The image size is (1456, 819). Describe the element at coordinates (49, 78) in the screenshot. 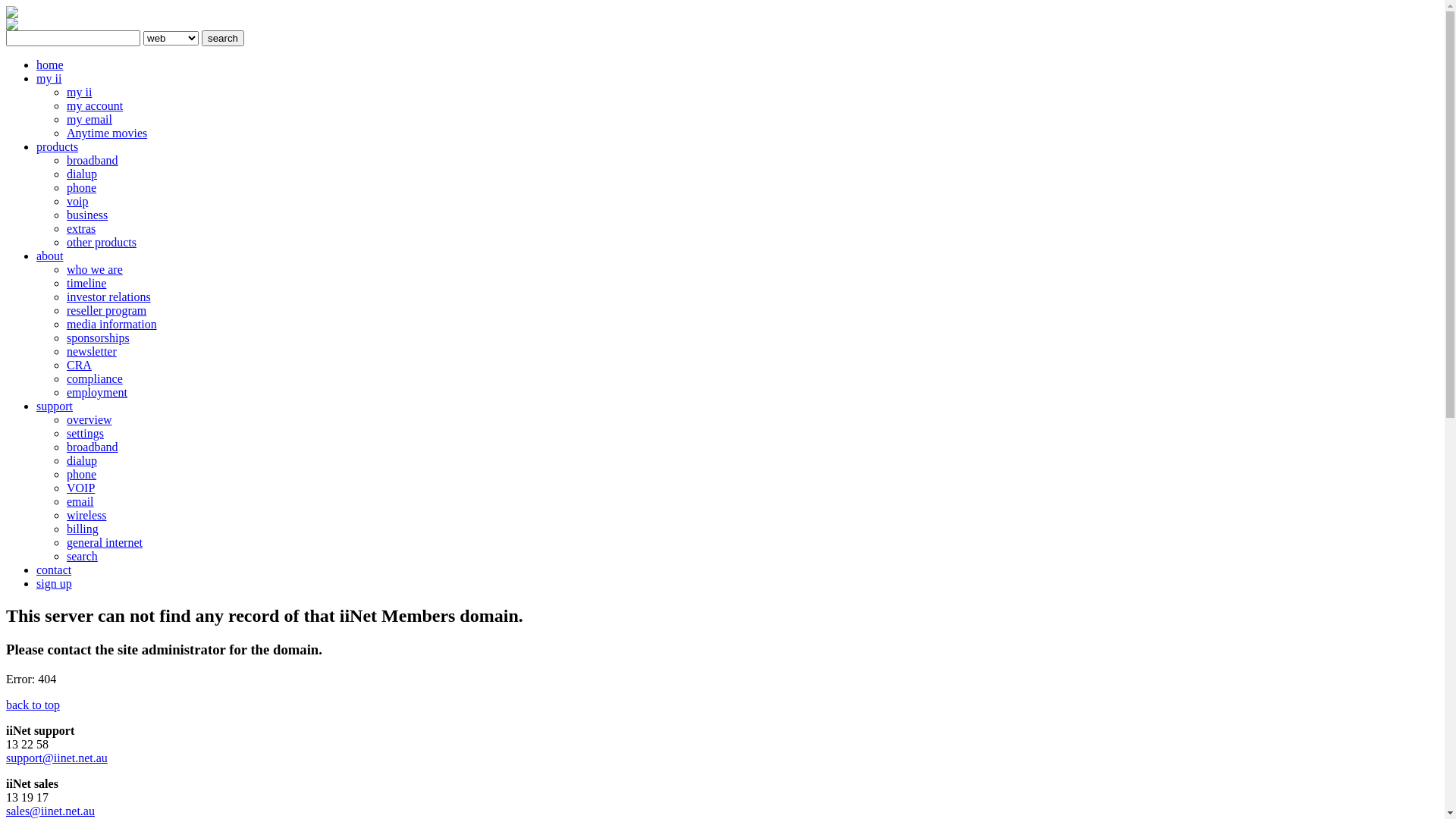

I see `'my ii'` at that location.